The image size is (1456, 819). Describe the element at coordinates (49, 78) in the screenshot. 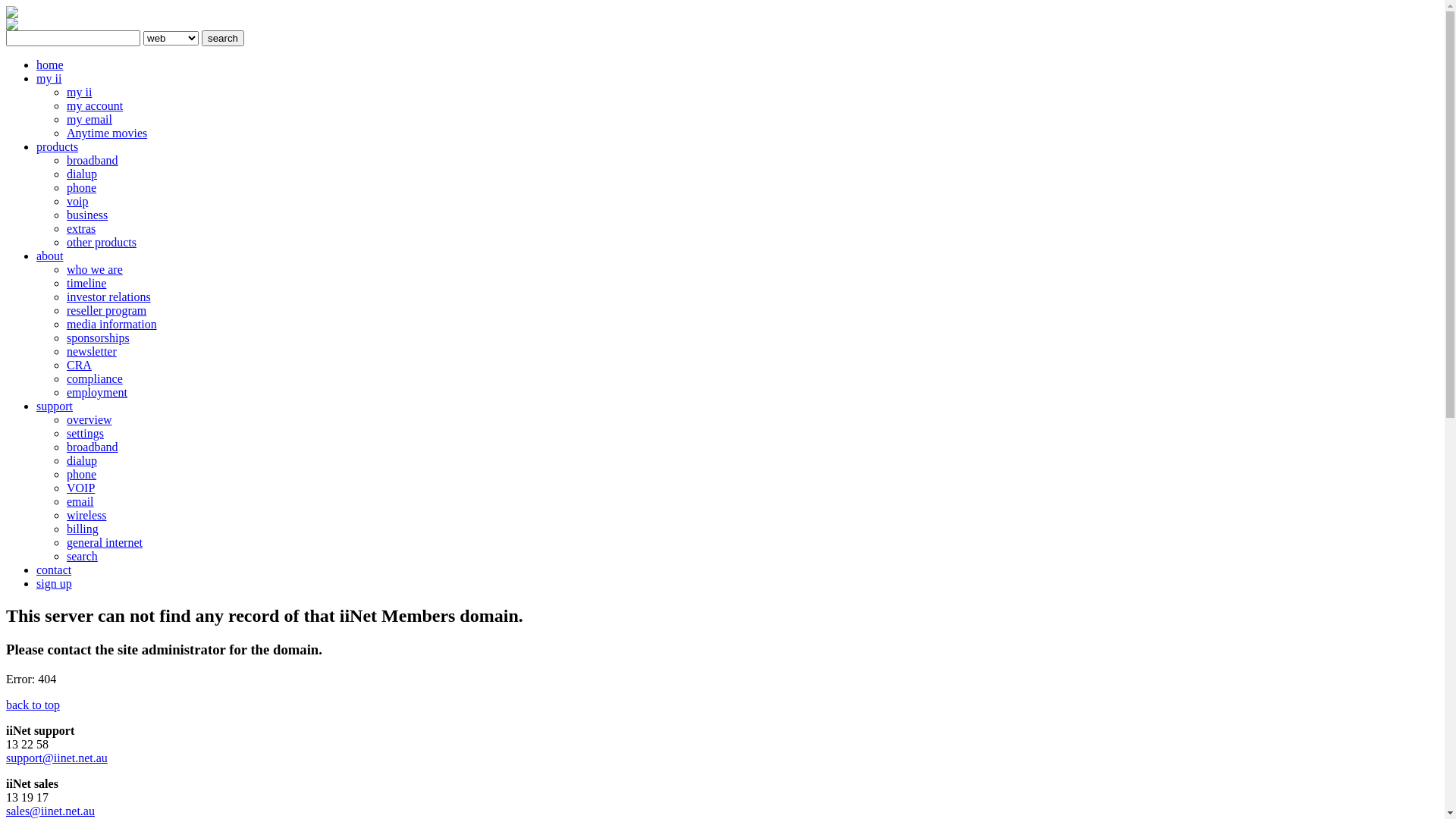

I see `'my ii'` at that location.